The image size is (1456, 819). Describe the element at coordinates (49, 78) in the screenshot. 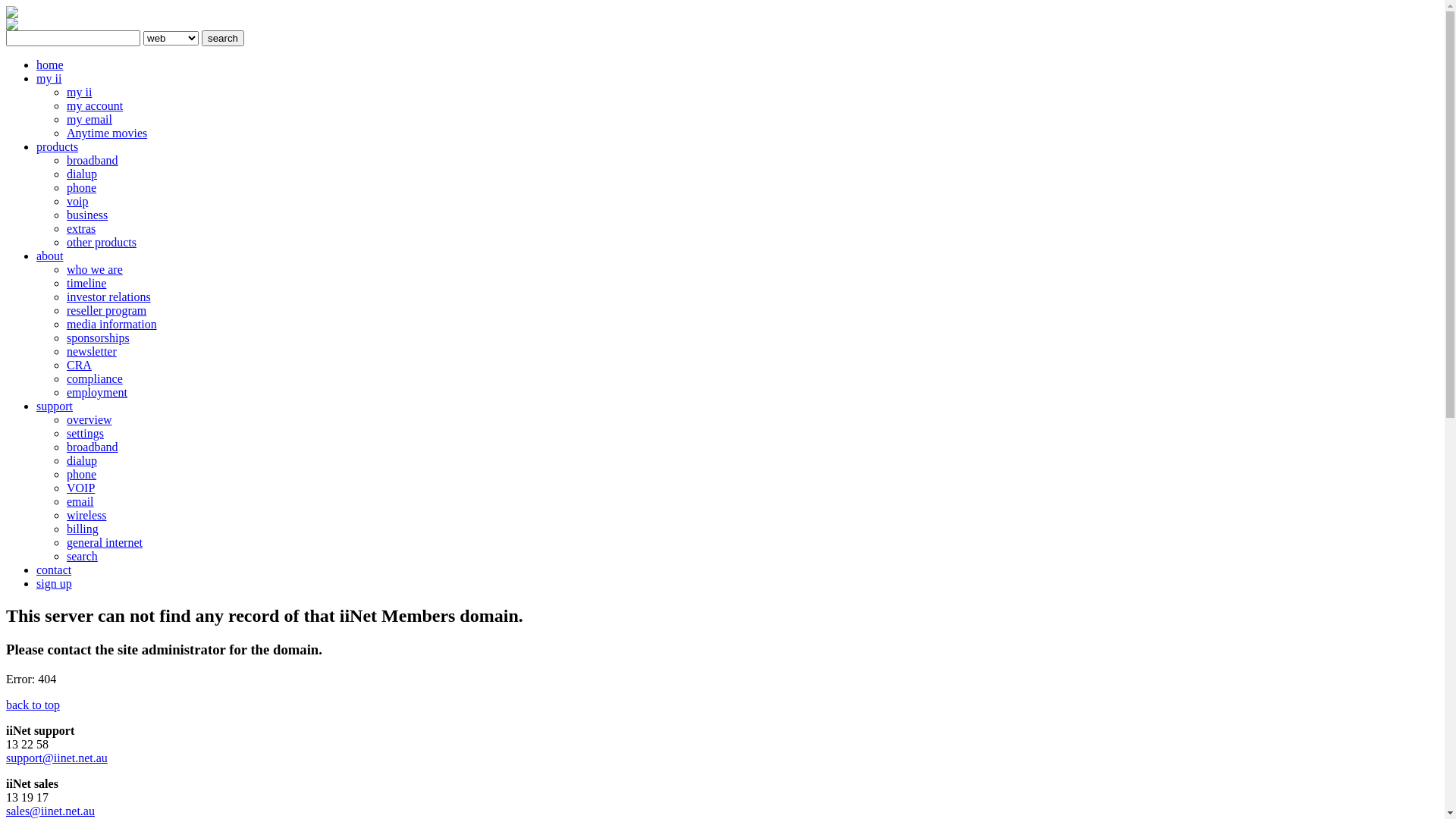

I see `'my ii'` at that location.